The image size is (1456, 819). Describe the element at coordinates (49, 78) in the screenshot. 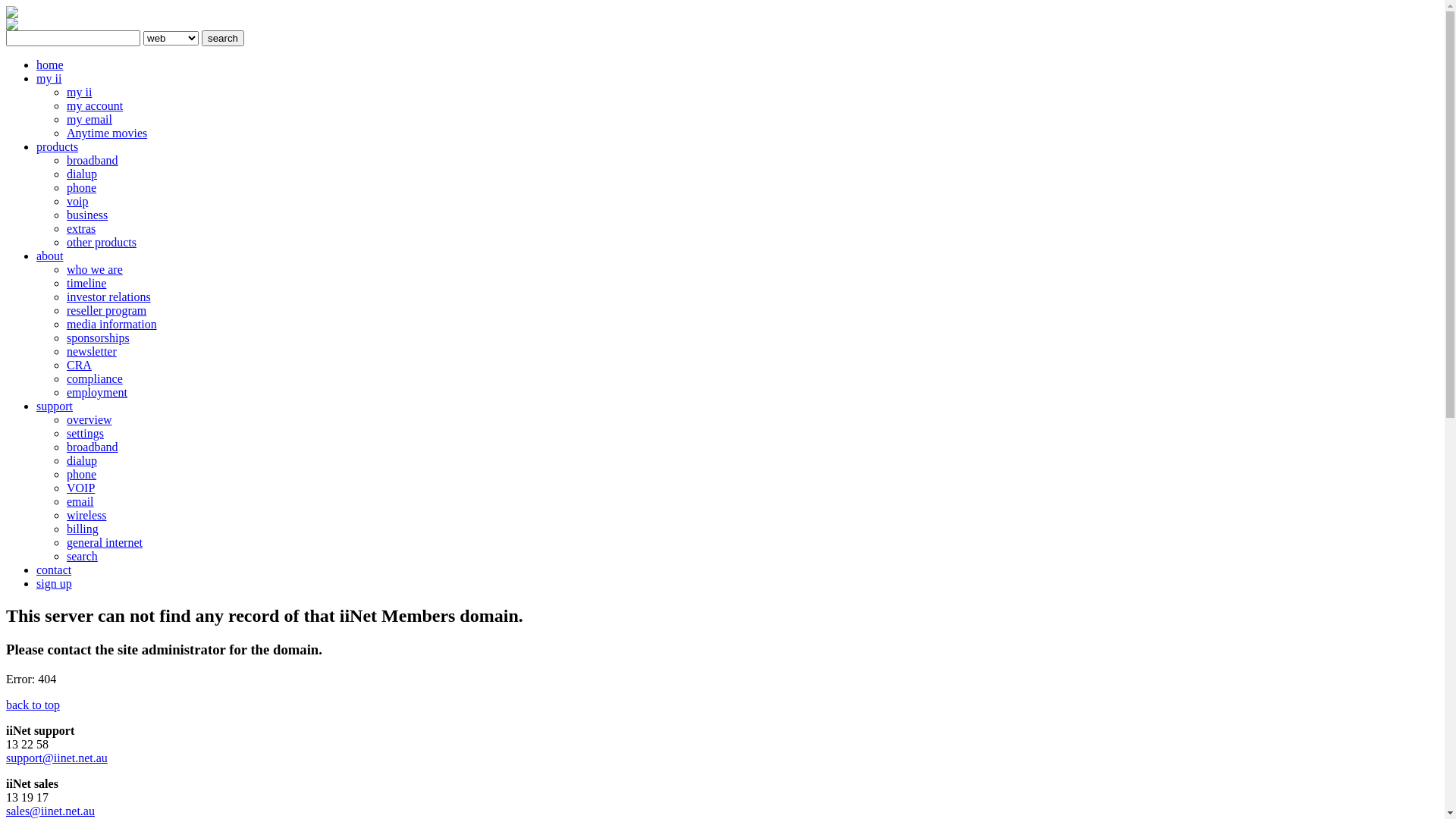

I see `'my ii'` at that location.